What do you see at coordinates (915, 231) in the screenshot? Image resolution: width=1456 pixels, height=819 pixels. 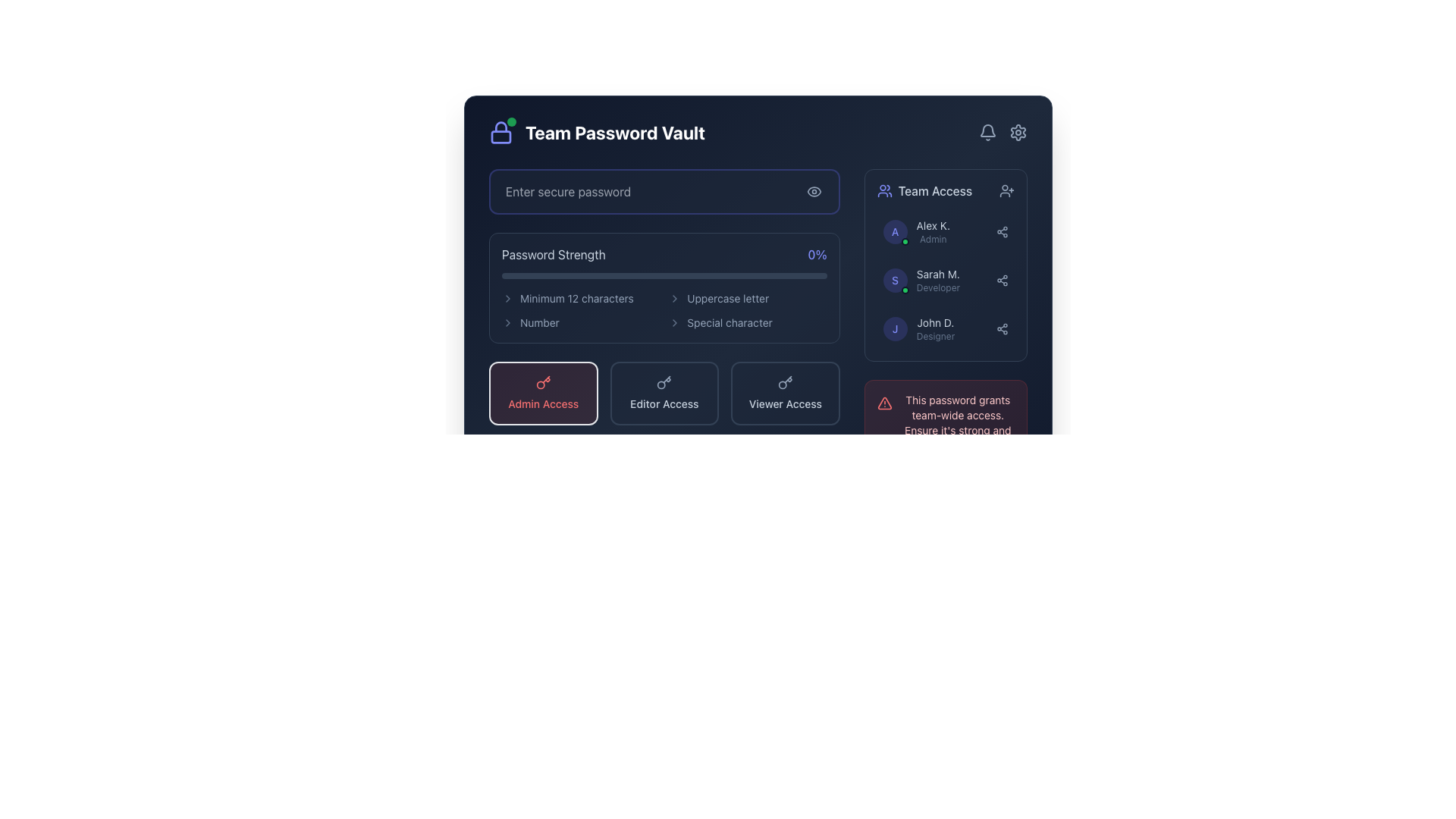 I see `the Profile summary display for 'Alex K.'` at bounding box center [915, 231].